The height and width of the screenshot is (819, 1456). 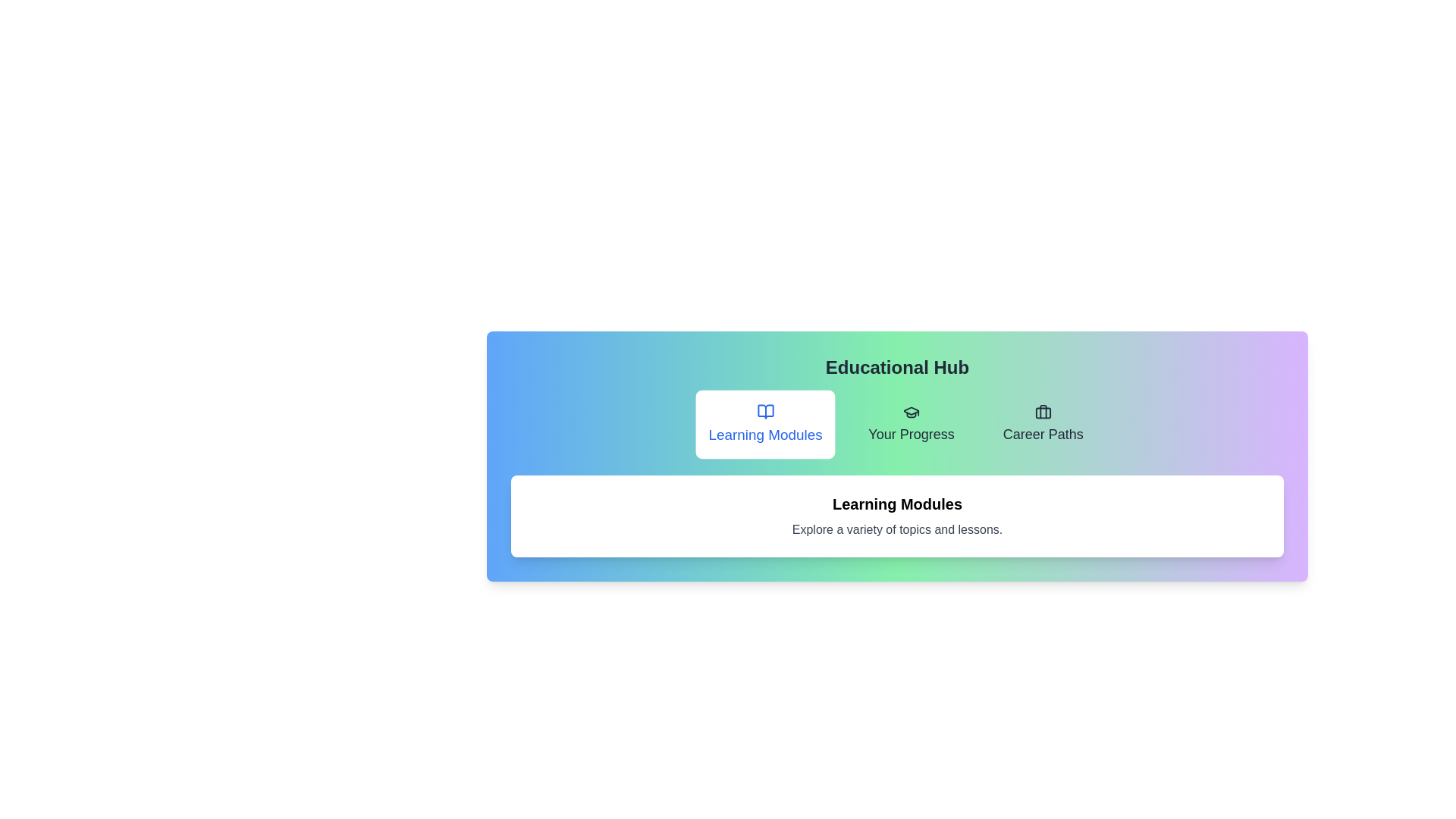 I want to click on the tab Your Progress to view its content, so click(x=911, y=424).